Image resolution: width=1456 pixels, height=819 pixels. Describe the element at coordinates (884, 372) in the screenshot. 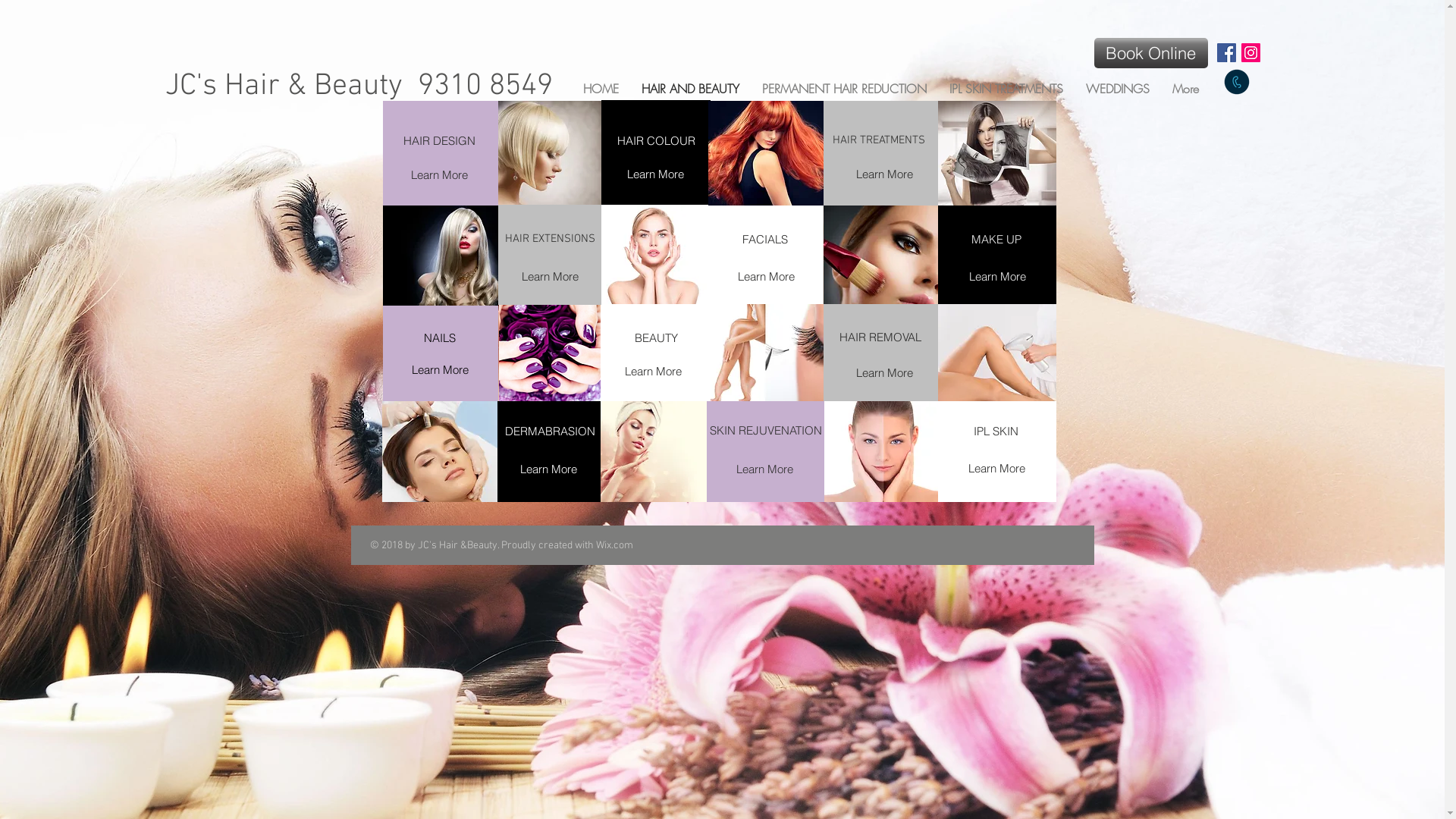

I see `'Learn More'` at that location.